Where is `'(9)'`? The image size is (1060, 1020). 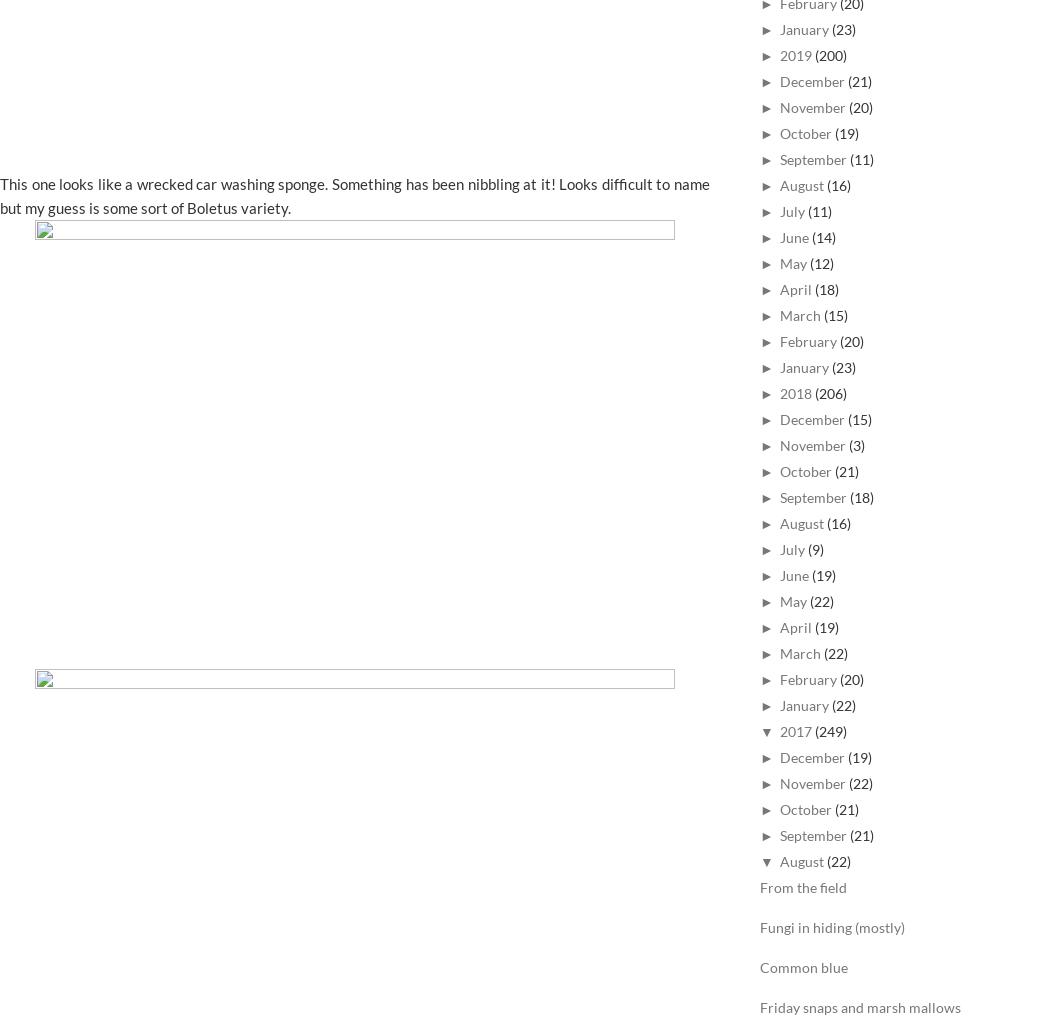
'(9)' is located at coordinates (815, 548).